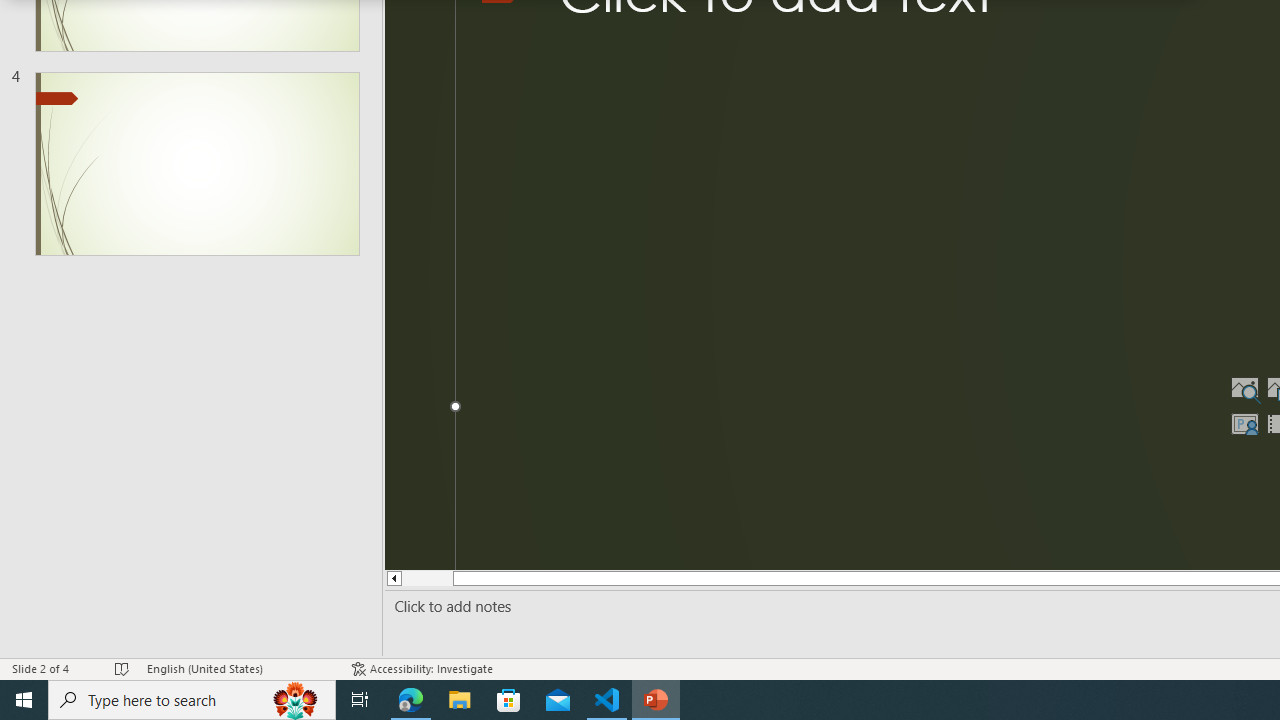 This screenshot has width=1280, height=720. What do you see at coordinates (410, 698) in the screenshot?
I see `'Microsoft Edge - 1 running window'` at bounding box center [410, 698].